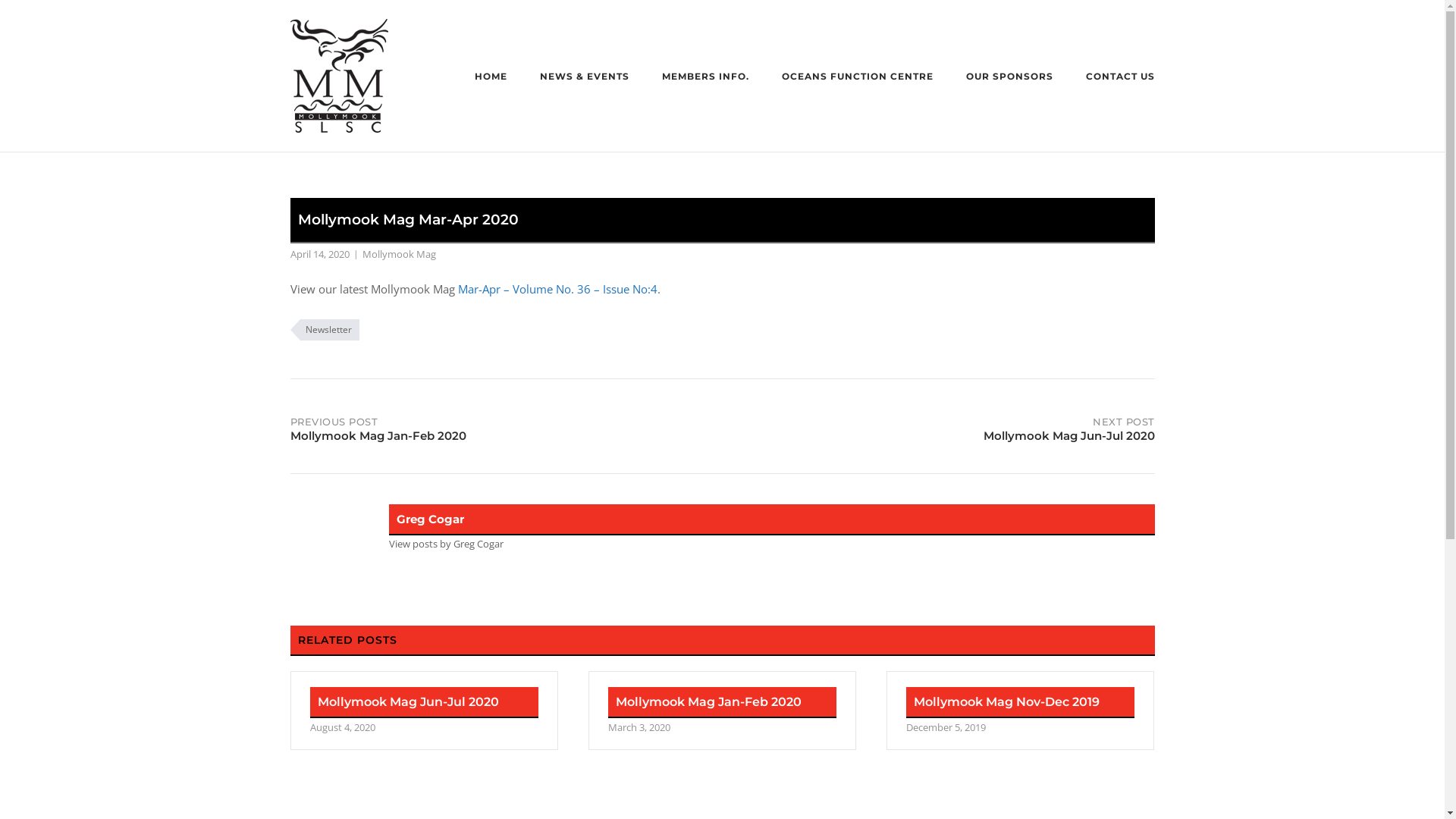 Image resolution: width=1456 pixels, height=819 pixels. Describe the element at coordinates (506, 426) in the screenshot. I see `'PREVIOUS POST` at that location.